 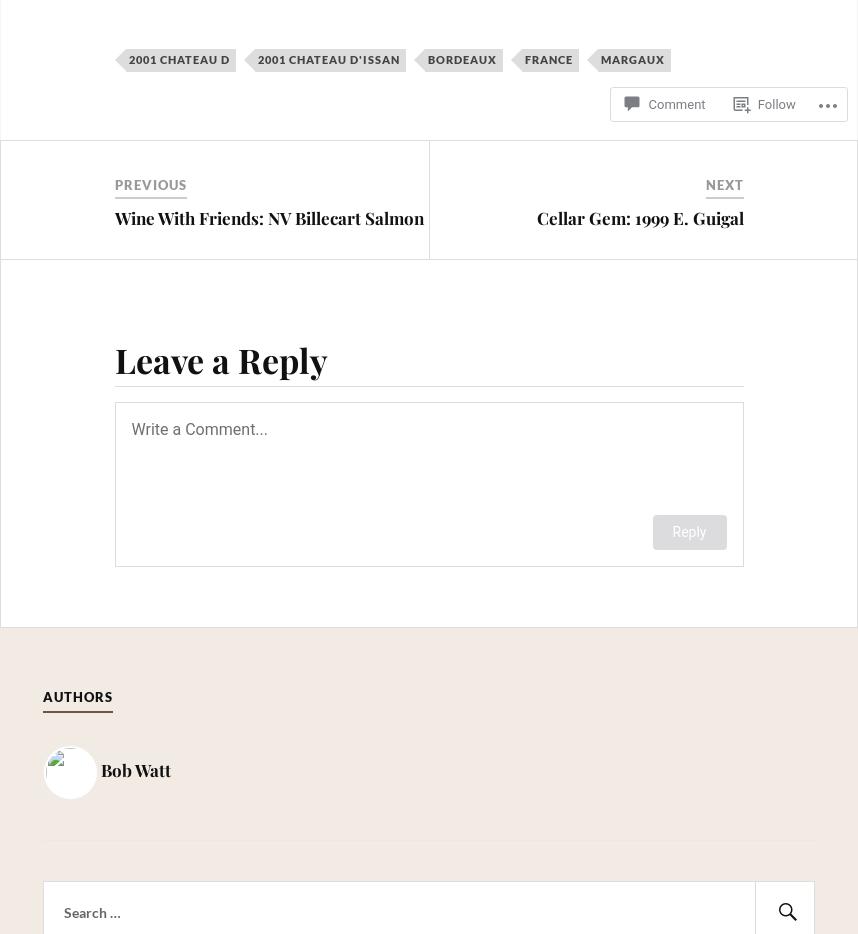 What do you see at coordinates (775, 103) in the screenshot?
I see `'Follow'` at bounding box center [775, 103].